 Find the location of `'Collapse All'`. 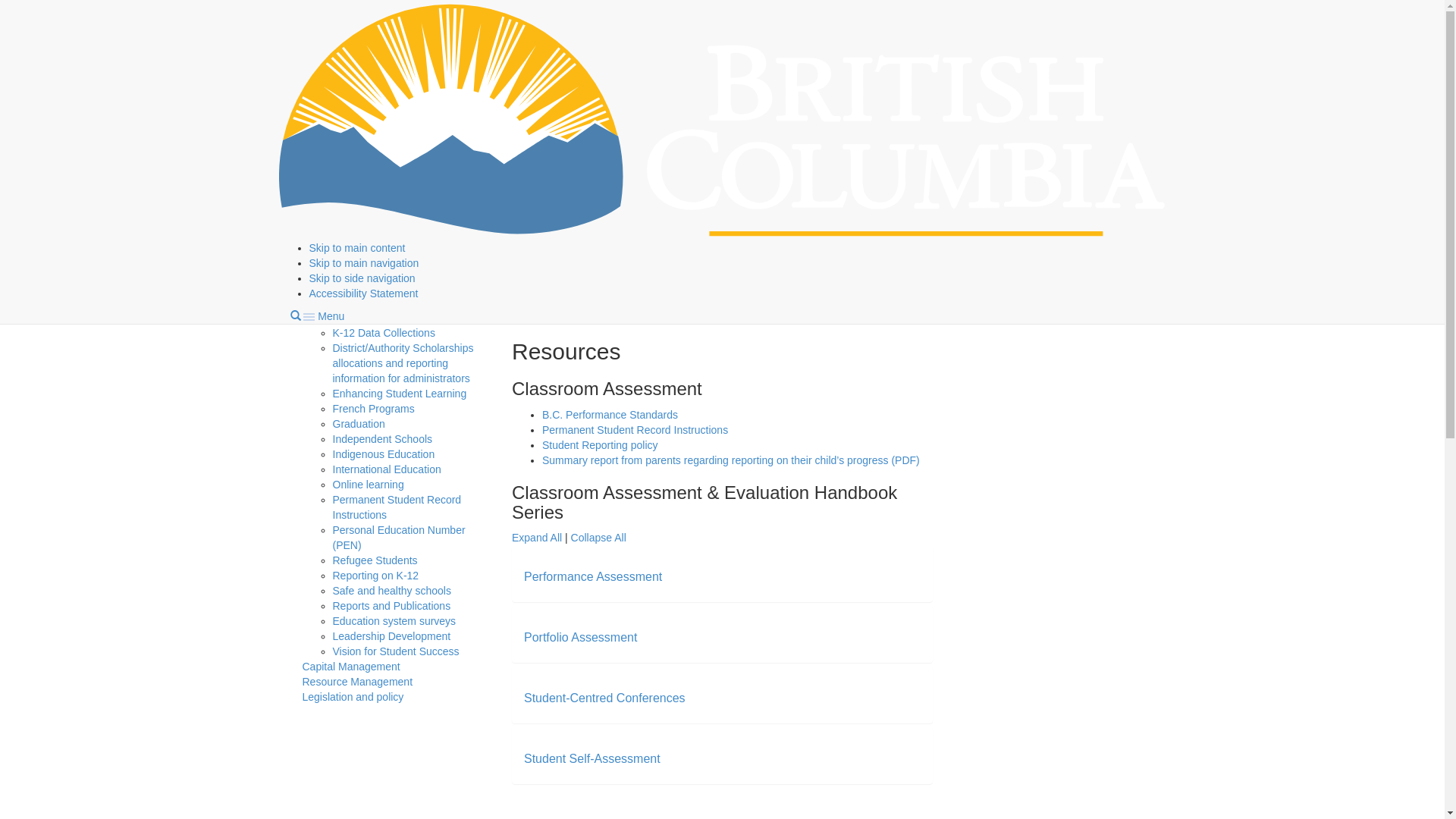

'Collapse All' is located at coordinates (598, 537).